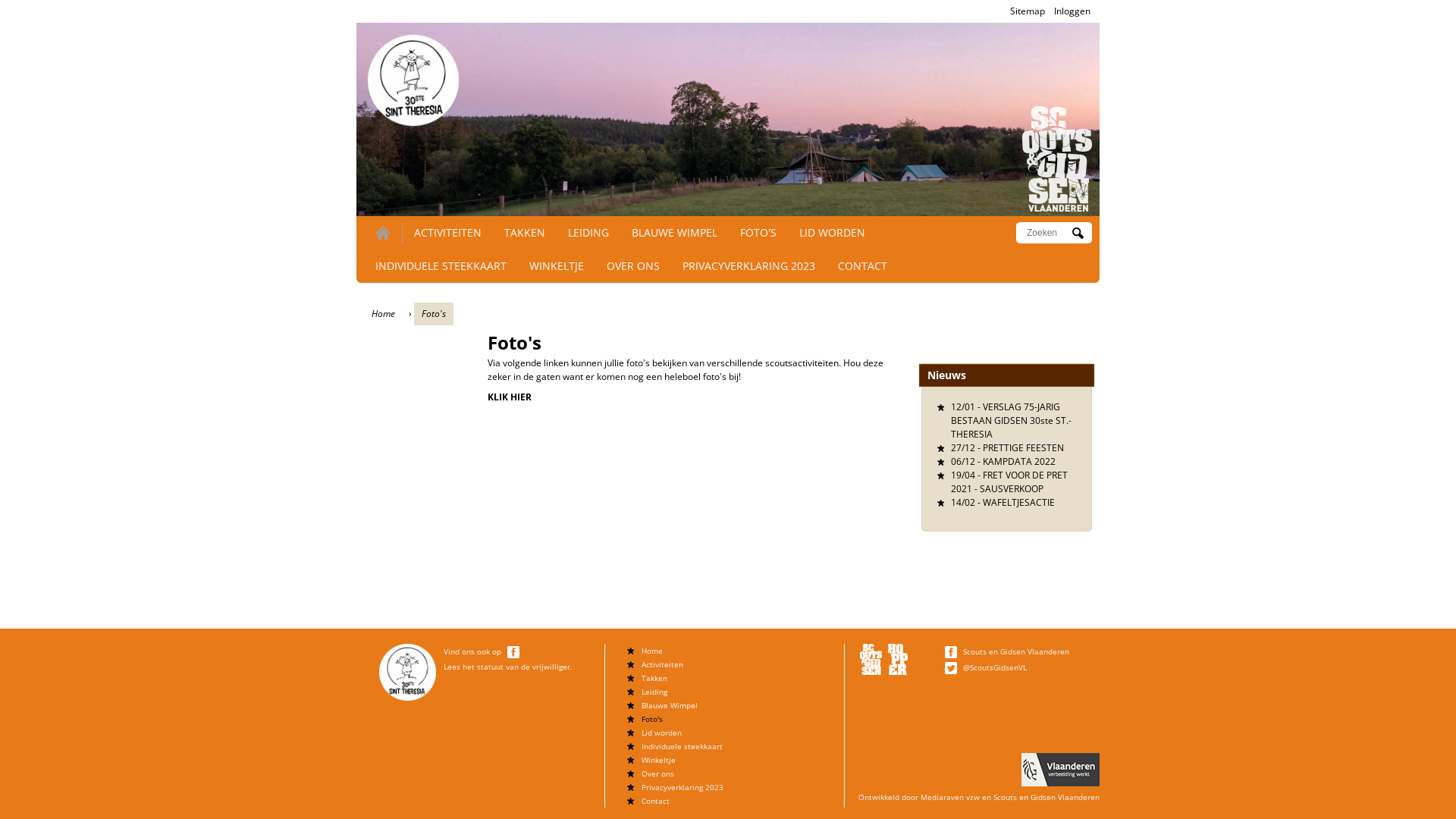  I want to click on 'Facebook', so click(513, 651).